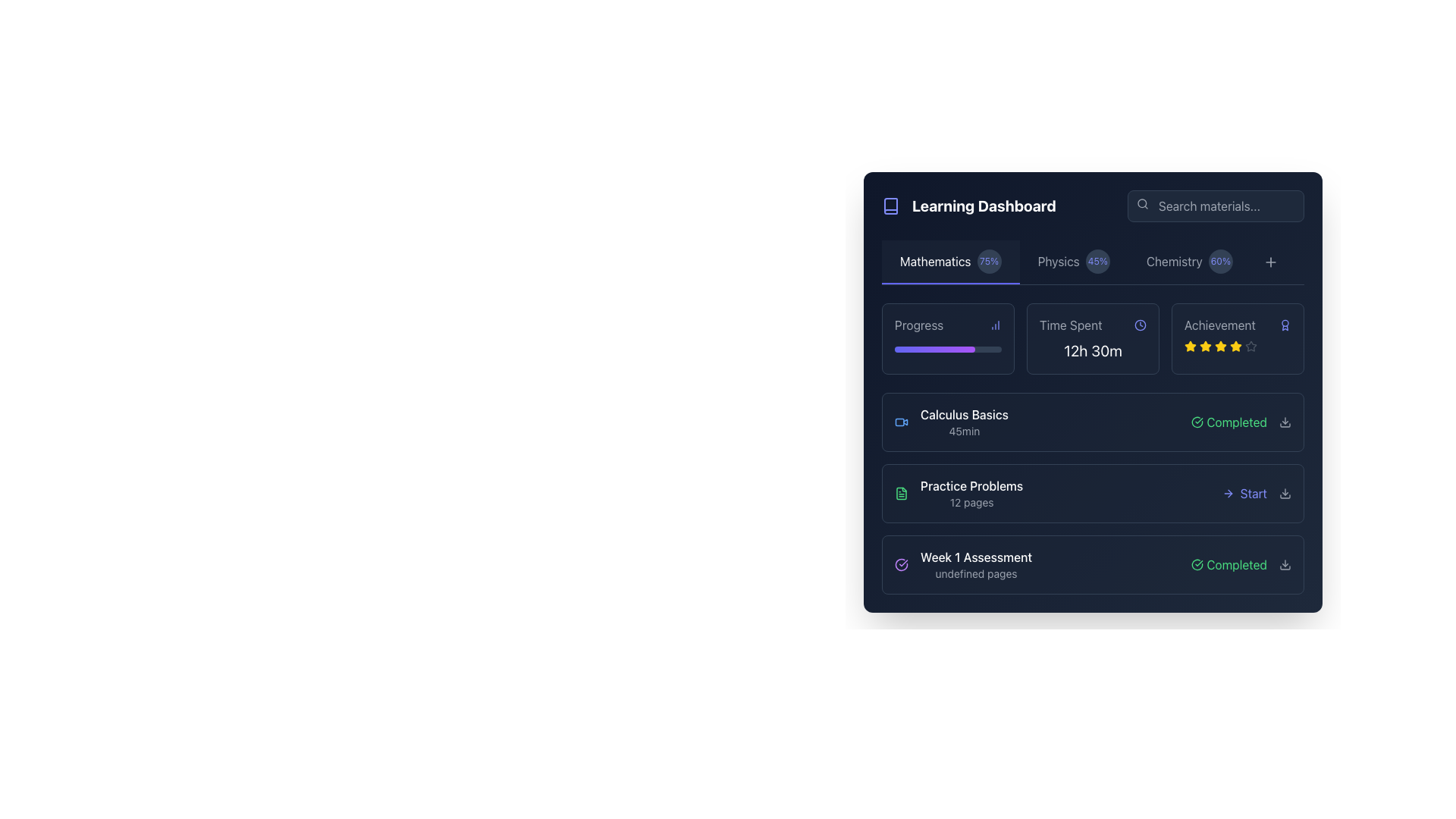 The height and width of the screenshot is (819, 1456). I want to click on the small gray download icon, represented by a downward arrow over a horizontal line, located at the far-right end of the horizontal section containing the 'Start' button, so click(1284, 494).